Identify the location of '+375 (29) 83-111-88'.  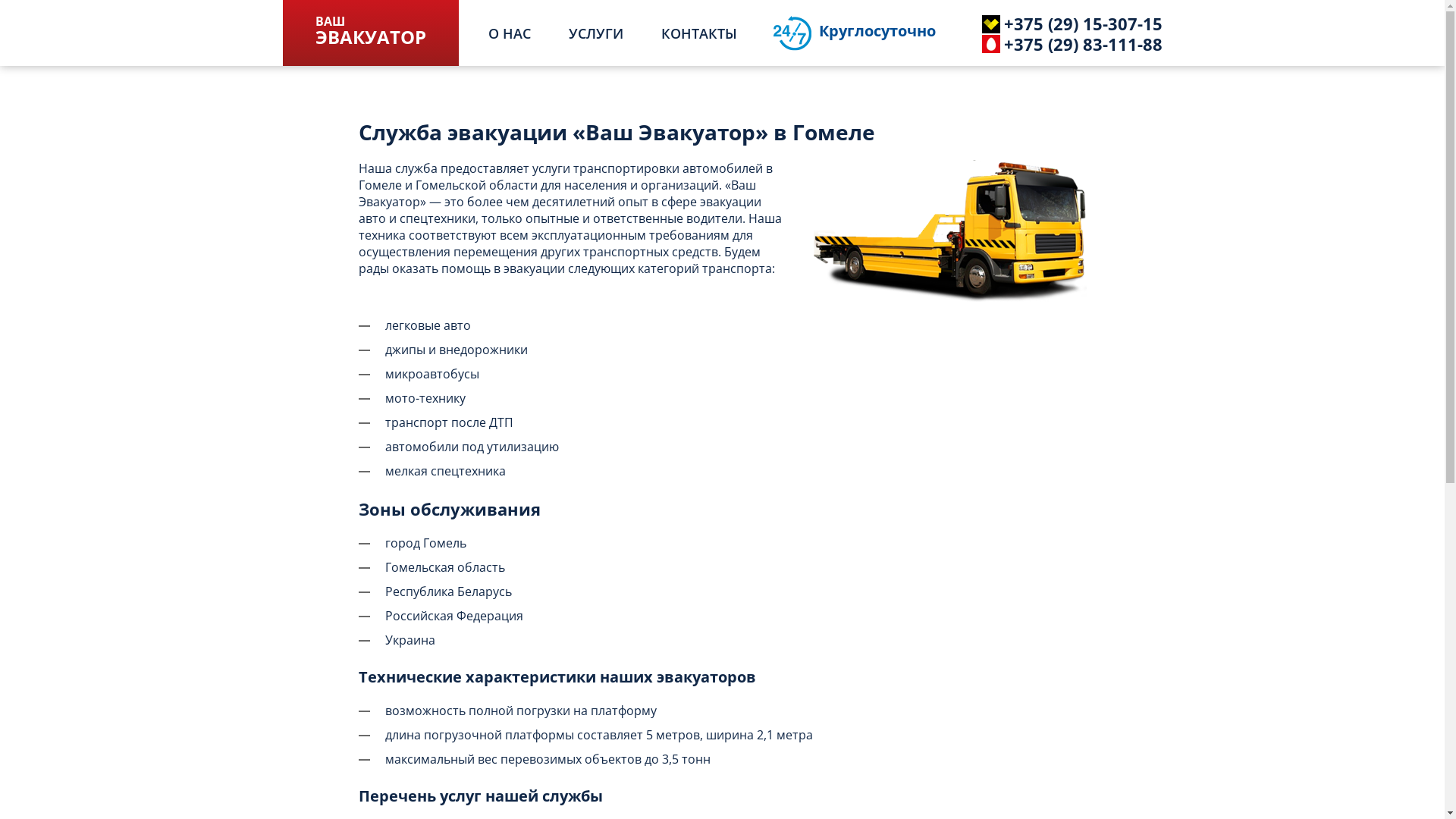
(1051, 42).